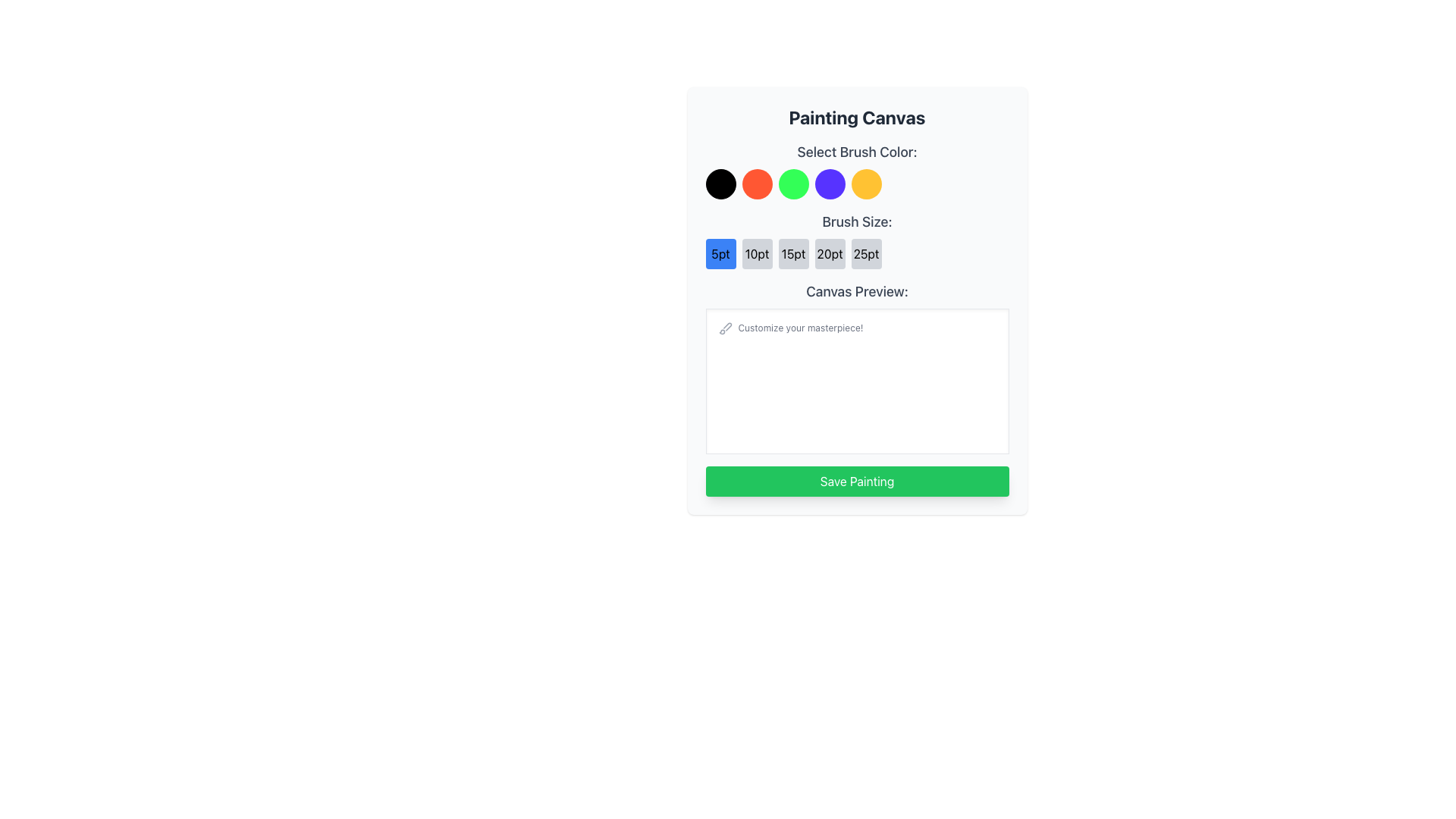 This screenshot has width=1456, height=819. I want to click on the second button in the row of five, which has a light gray background and displays '10pt', so click(757, 253).